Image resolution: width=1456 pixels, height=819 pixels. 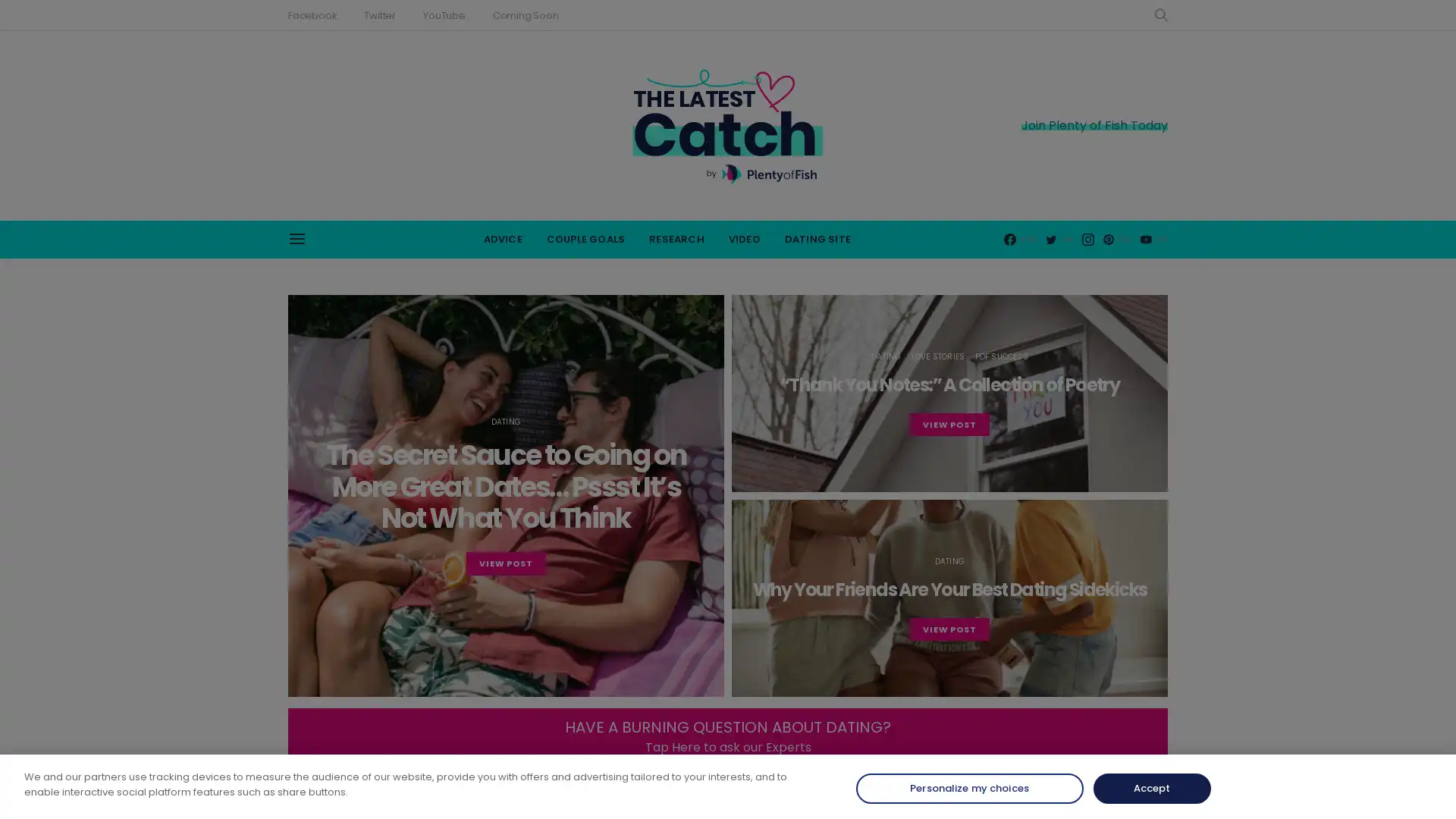 I want to click on Personalize my choices, so click(x=968, y=788).